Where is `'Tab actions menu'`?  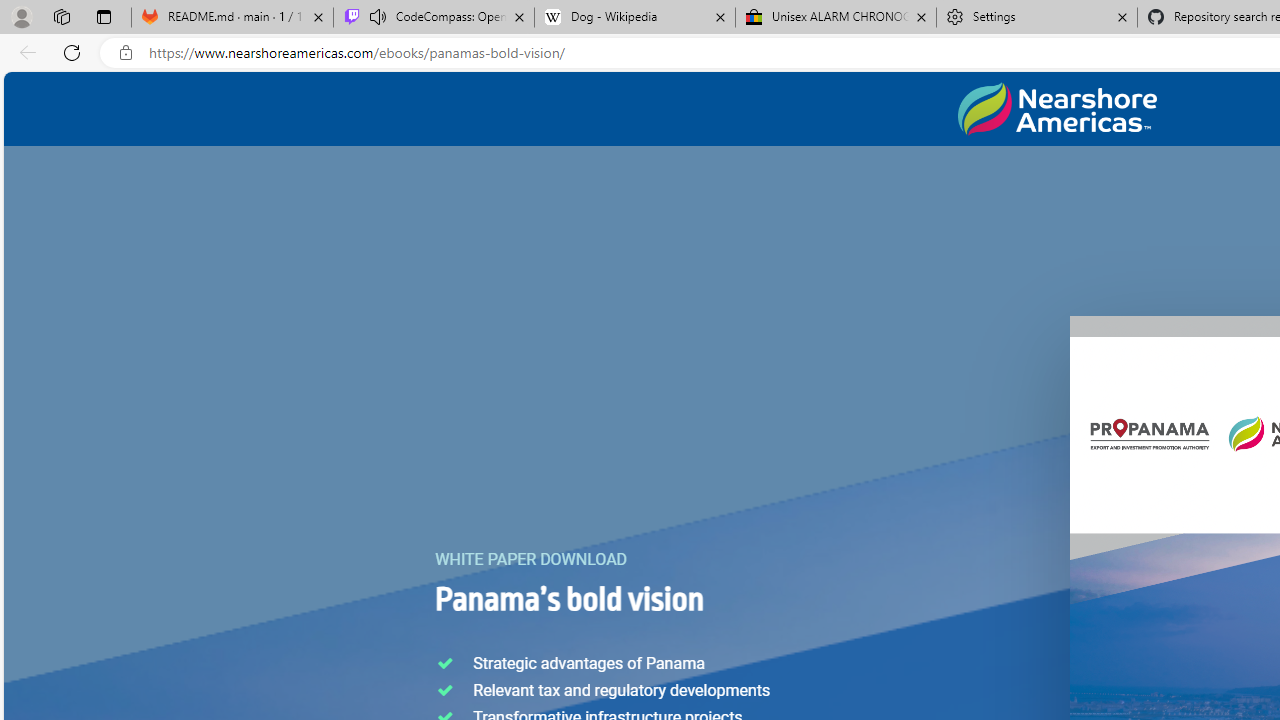 'Tab actions menu' is located at coordinates (103, 16).